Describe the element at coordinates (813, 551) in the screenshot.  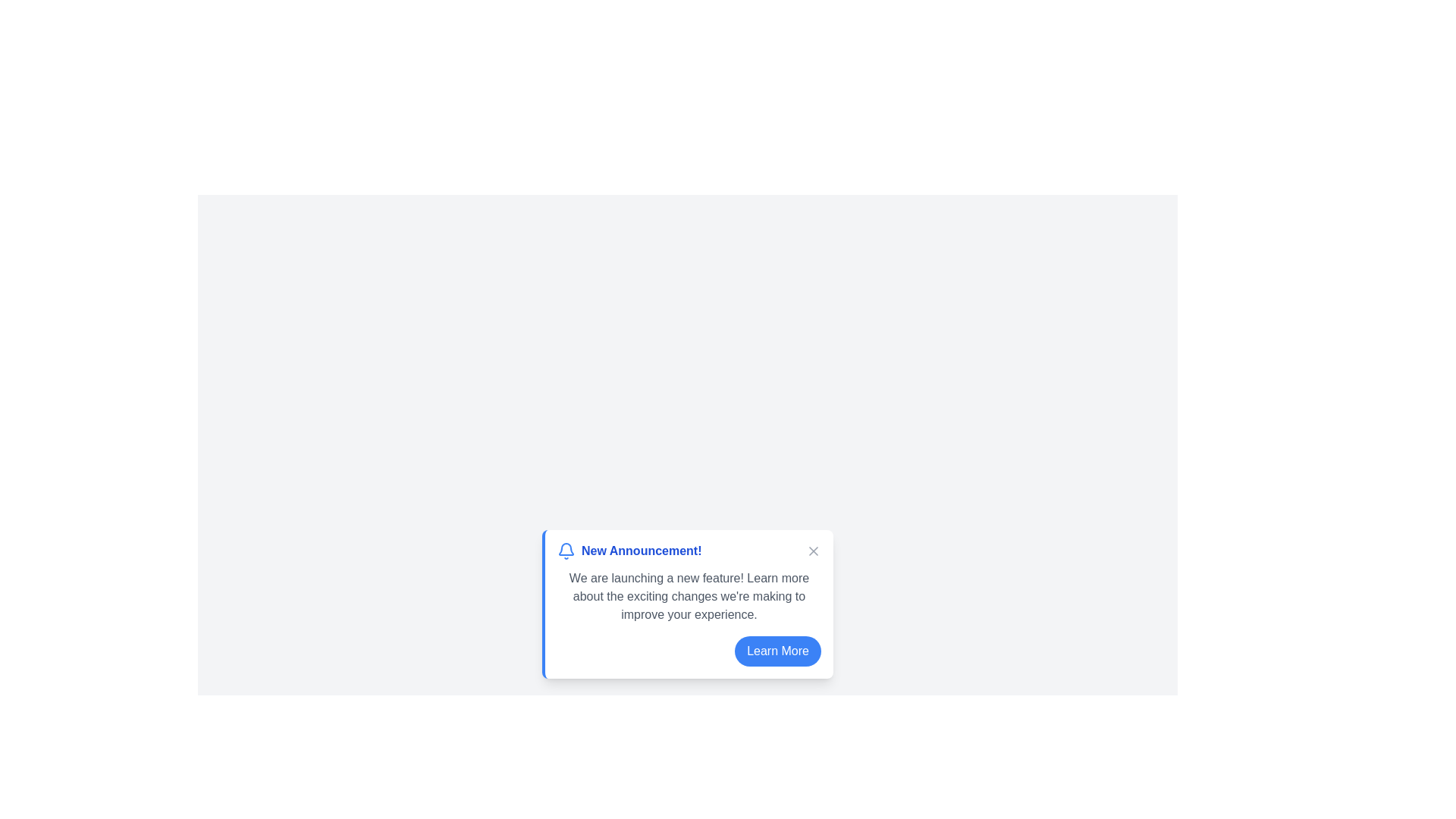
I see `the close button to dismiss the notification` at that location.